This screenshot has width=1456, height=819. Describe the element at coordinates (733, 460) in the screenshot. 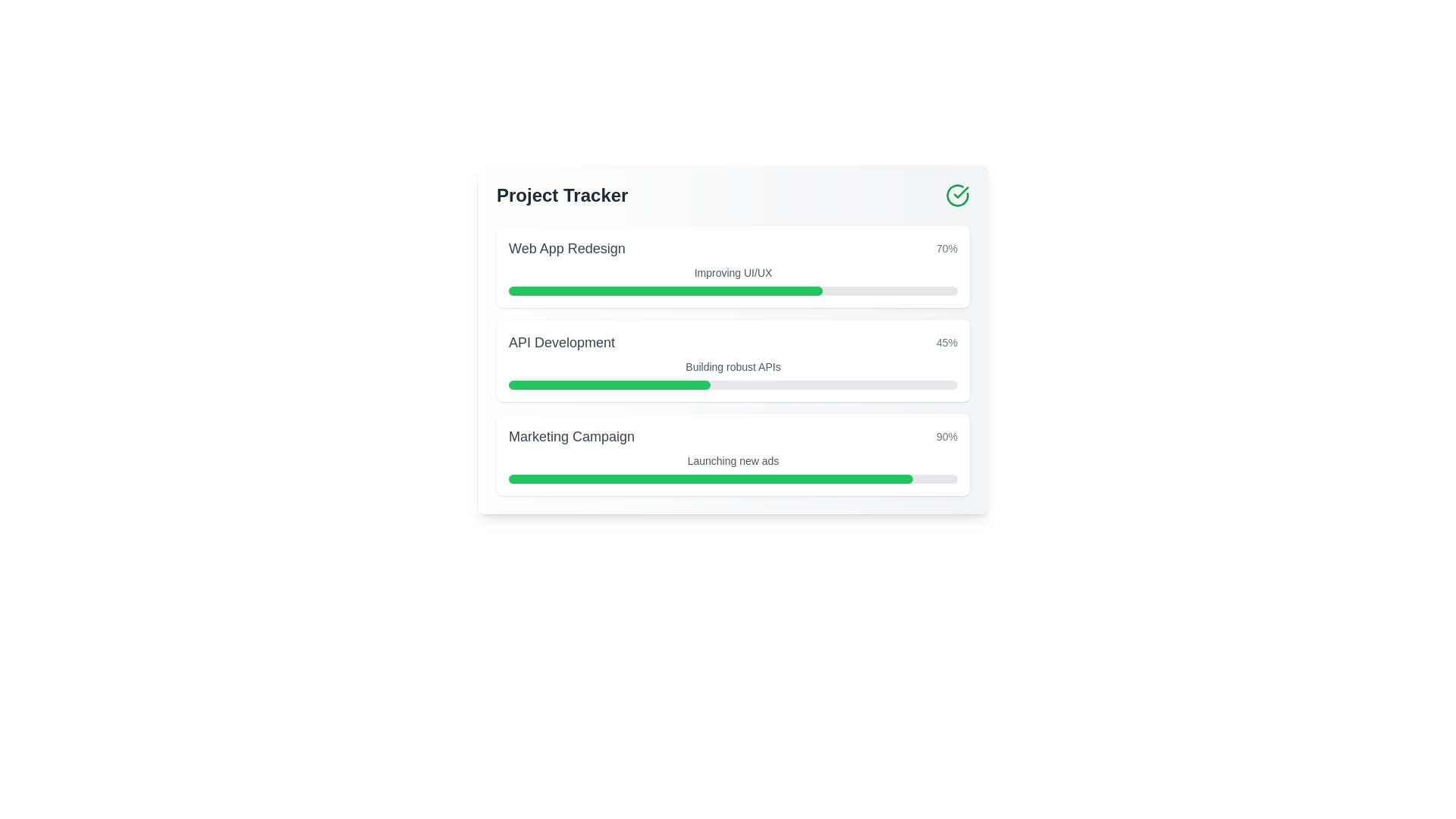

I see `the text label displaying 'Launching new ads.' which is styled in gray and positioned below the header 'Marketing Campaign.'` at that location.